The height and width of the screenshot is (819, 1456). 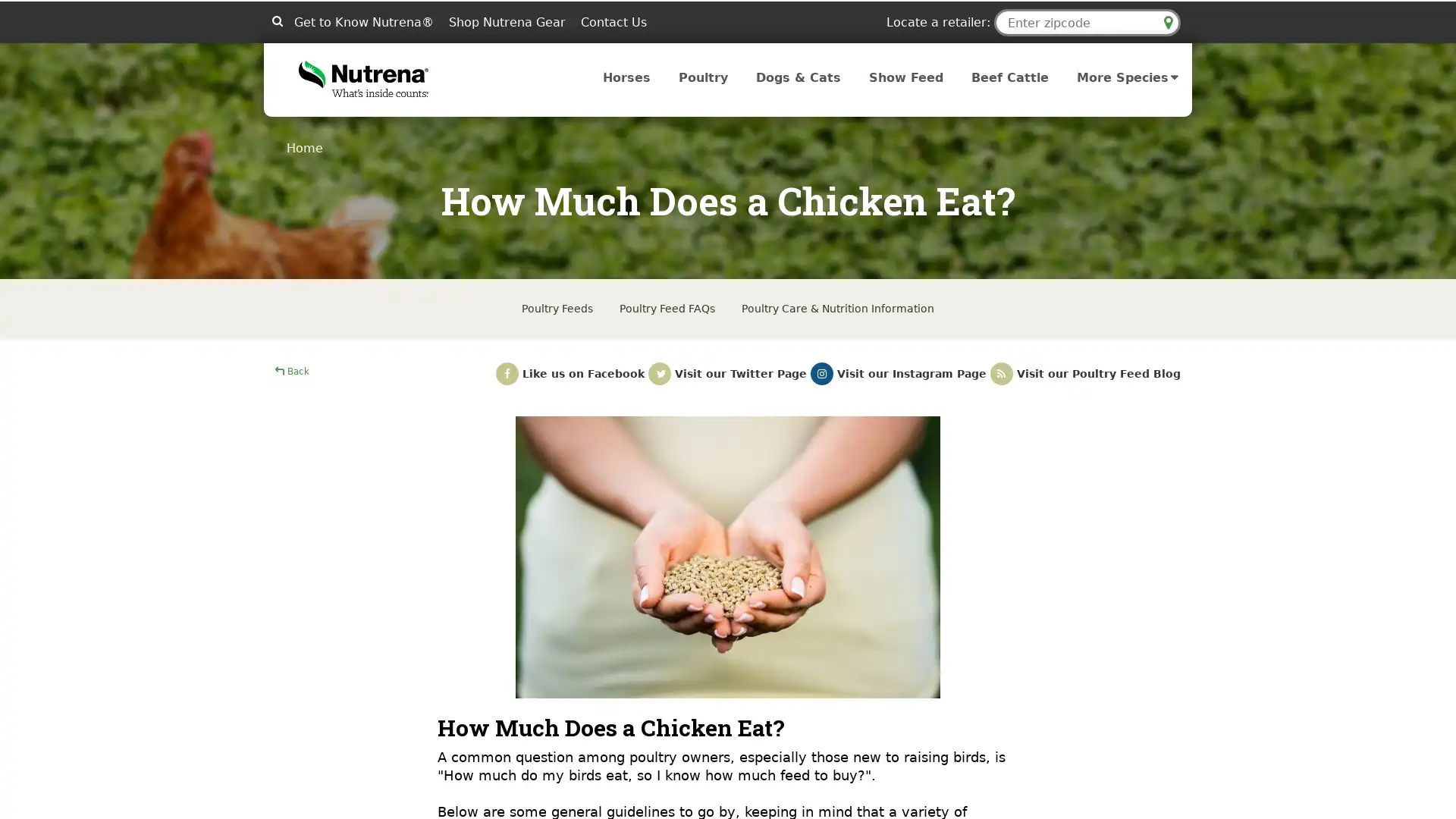 What do you see at coordinates (277, 20) in the screenshot?
I see `Submit` at bounding box center [277, 20].